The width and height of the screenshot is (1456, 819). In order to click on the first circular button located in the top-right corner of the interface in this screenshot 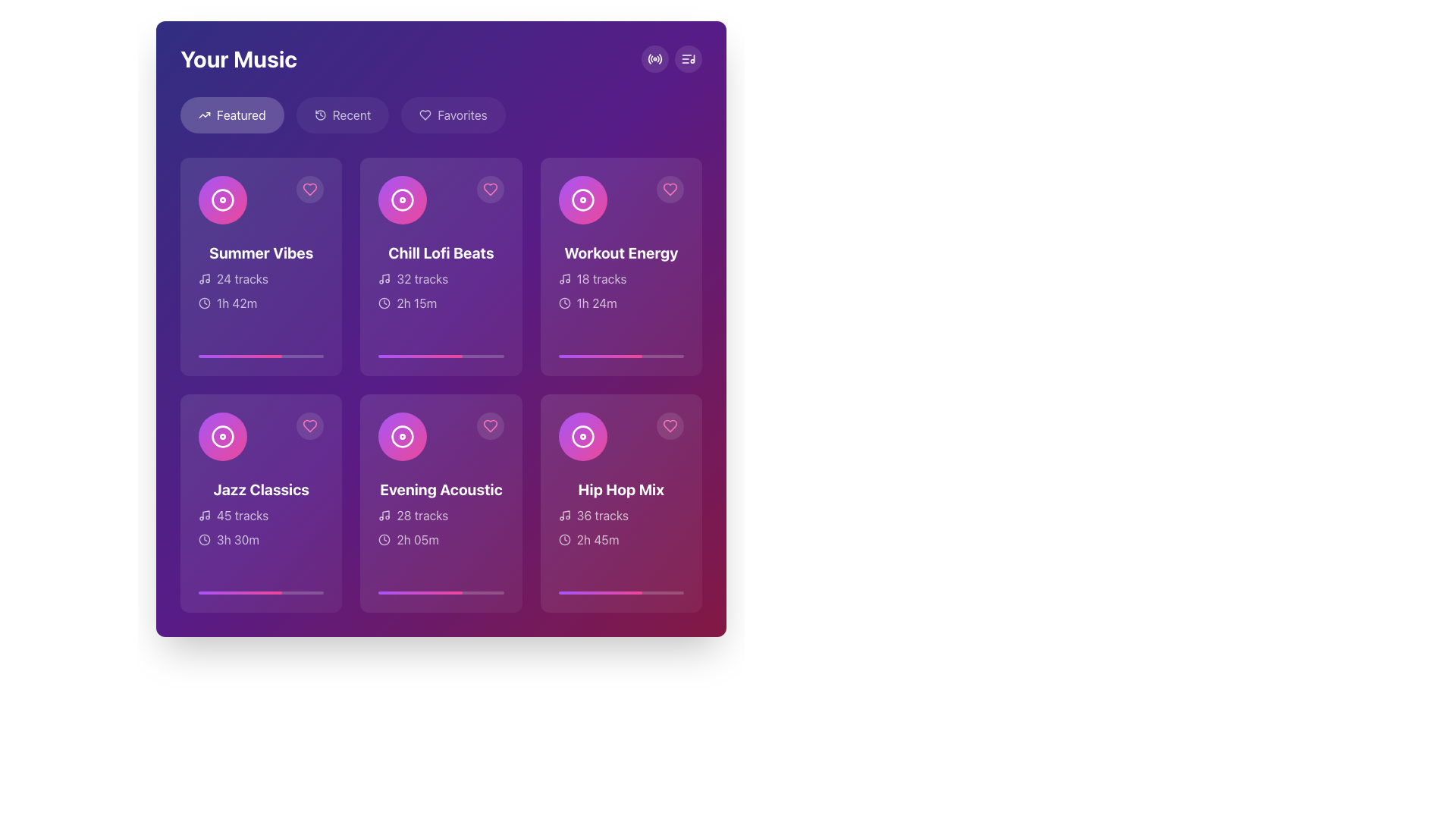, I will do `click(655, 58)`.